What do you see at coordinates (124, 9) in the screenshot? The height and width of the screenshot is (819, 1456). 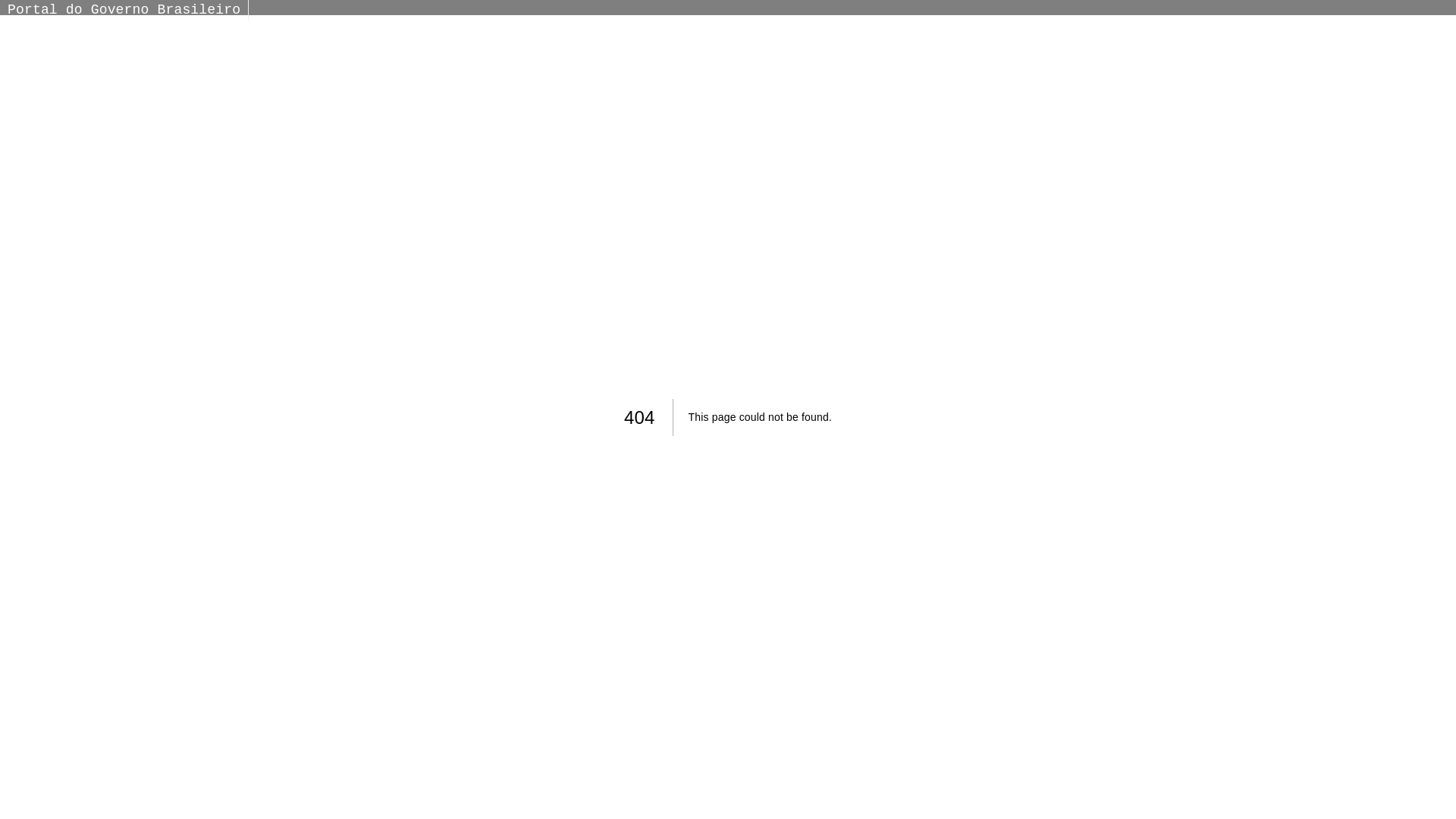 I see `'Portal do Governo Brasileiro'` at bounding box center [124, 9].